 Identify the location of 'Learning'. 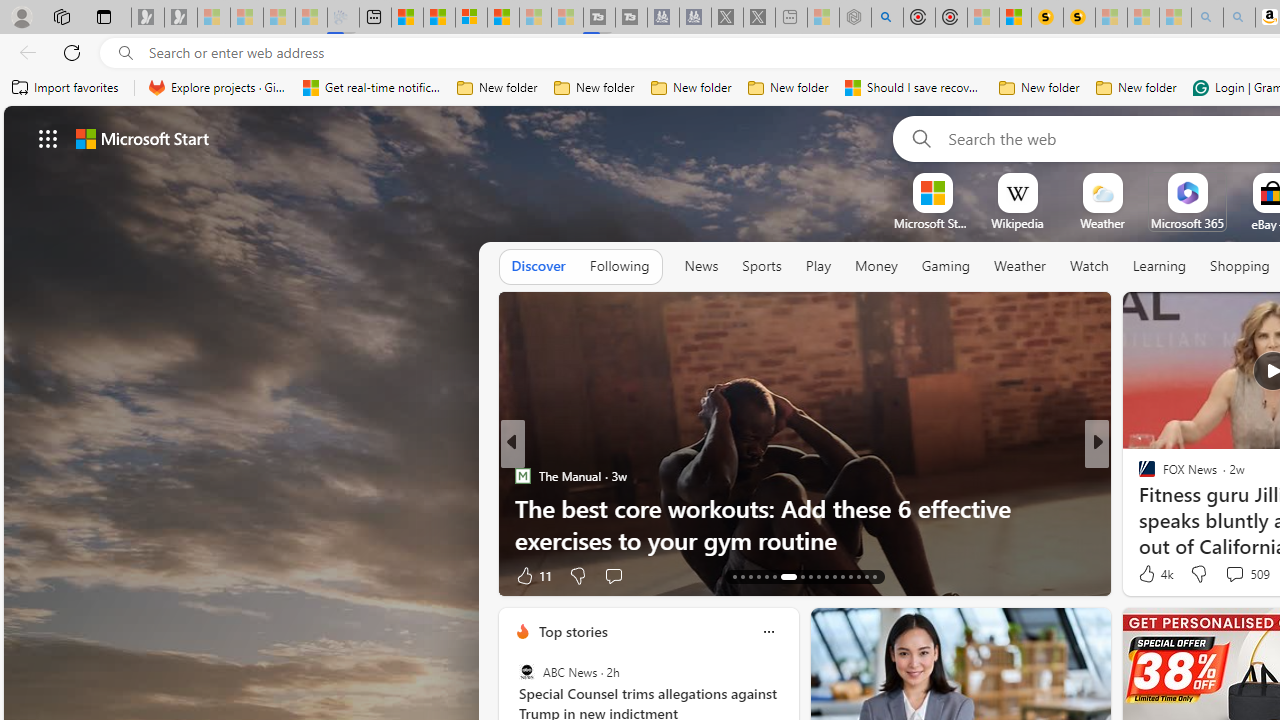
(1159, 265).